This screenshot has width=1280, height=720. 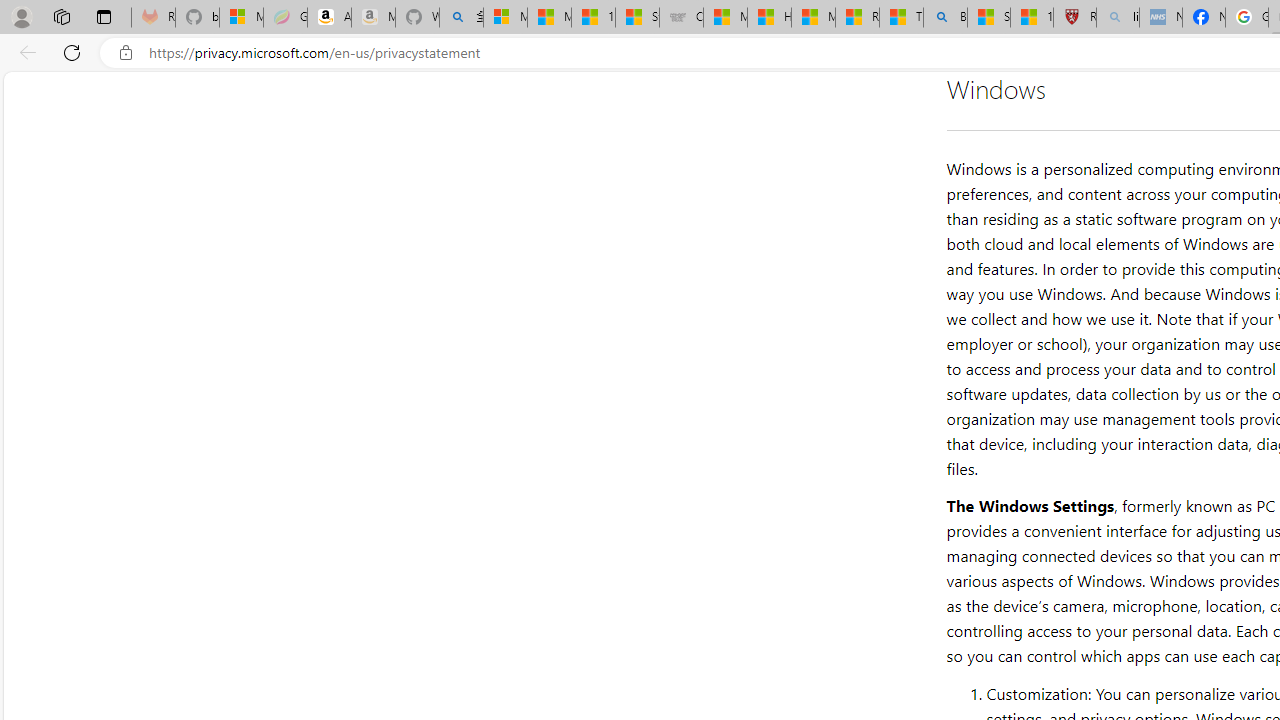 What do you see at coordinates (944, 17) in the screenshot?
I see `'Bing'` at bounding box center [944, 17].